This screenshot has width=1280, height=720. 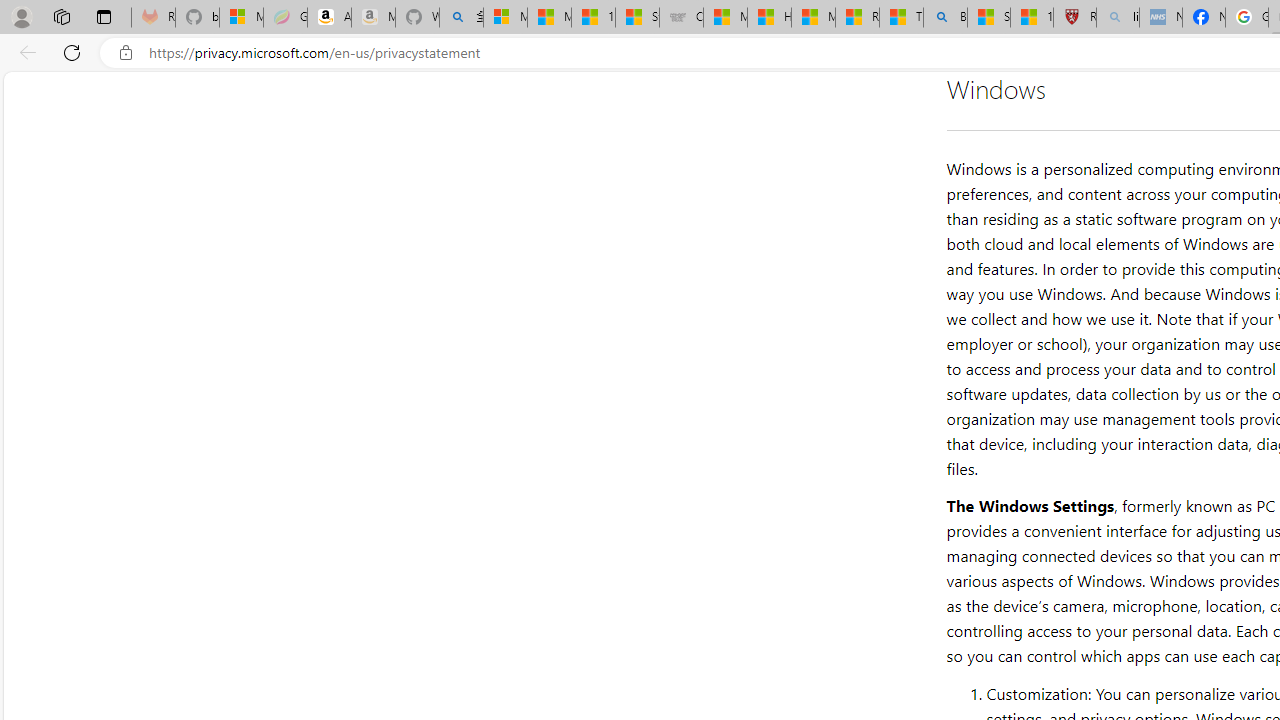 What do you see at coordinates (944, 17) in the screenshot?
I see `'Bing'` at bounding box center [944, 17].